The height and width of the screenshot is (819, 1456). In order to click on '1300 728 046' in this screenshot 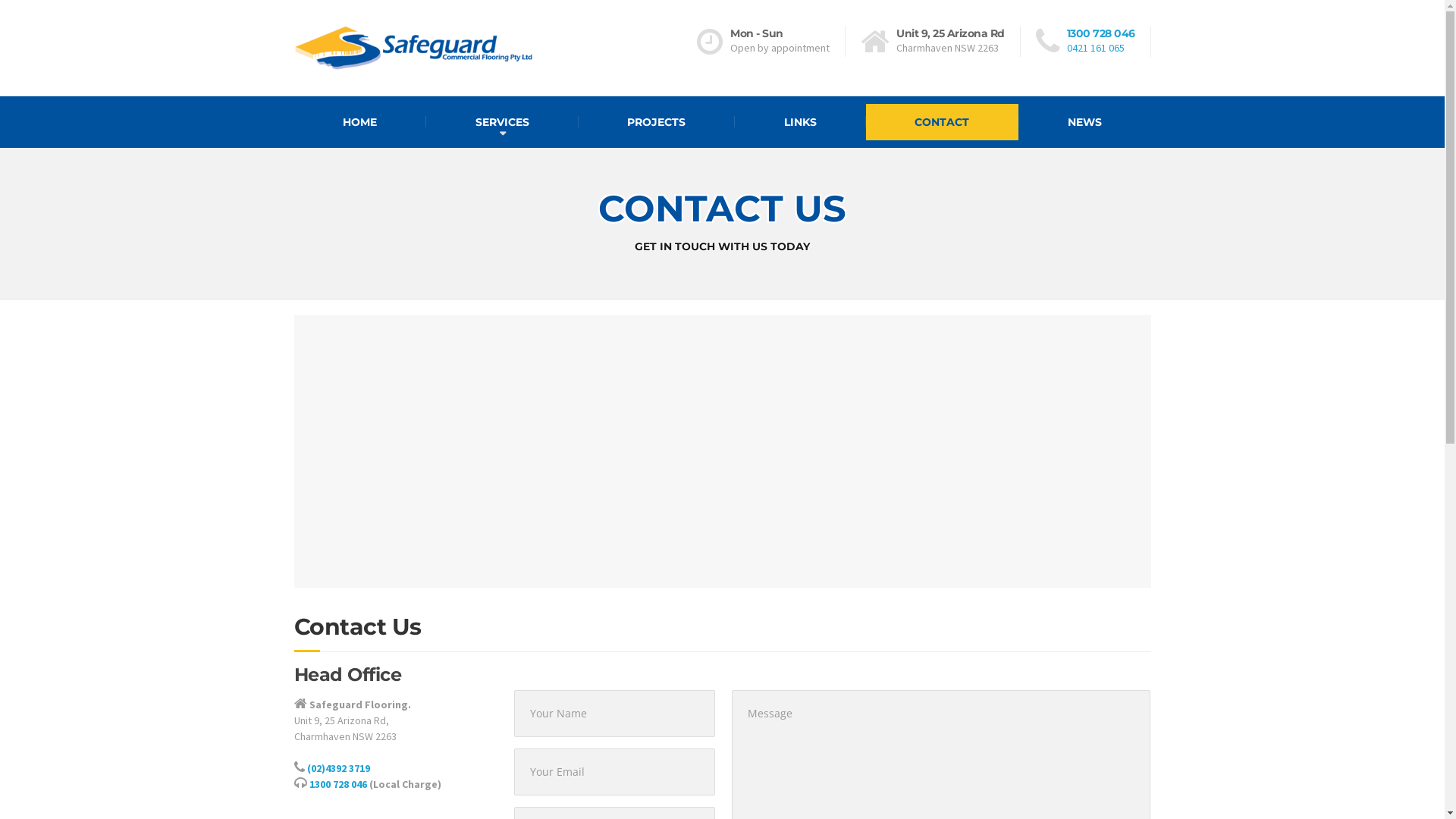, I will do `click(1065, 33)`.